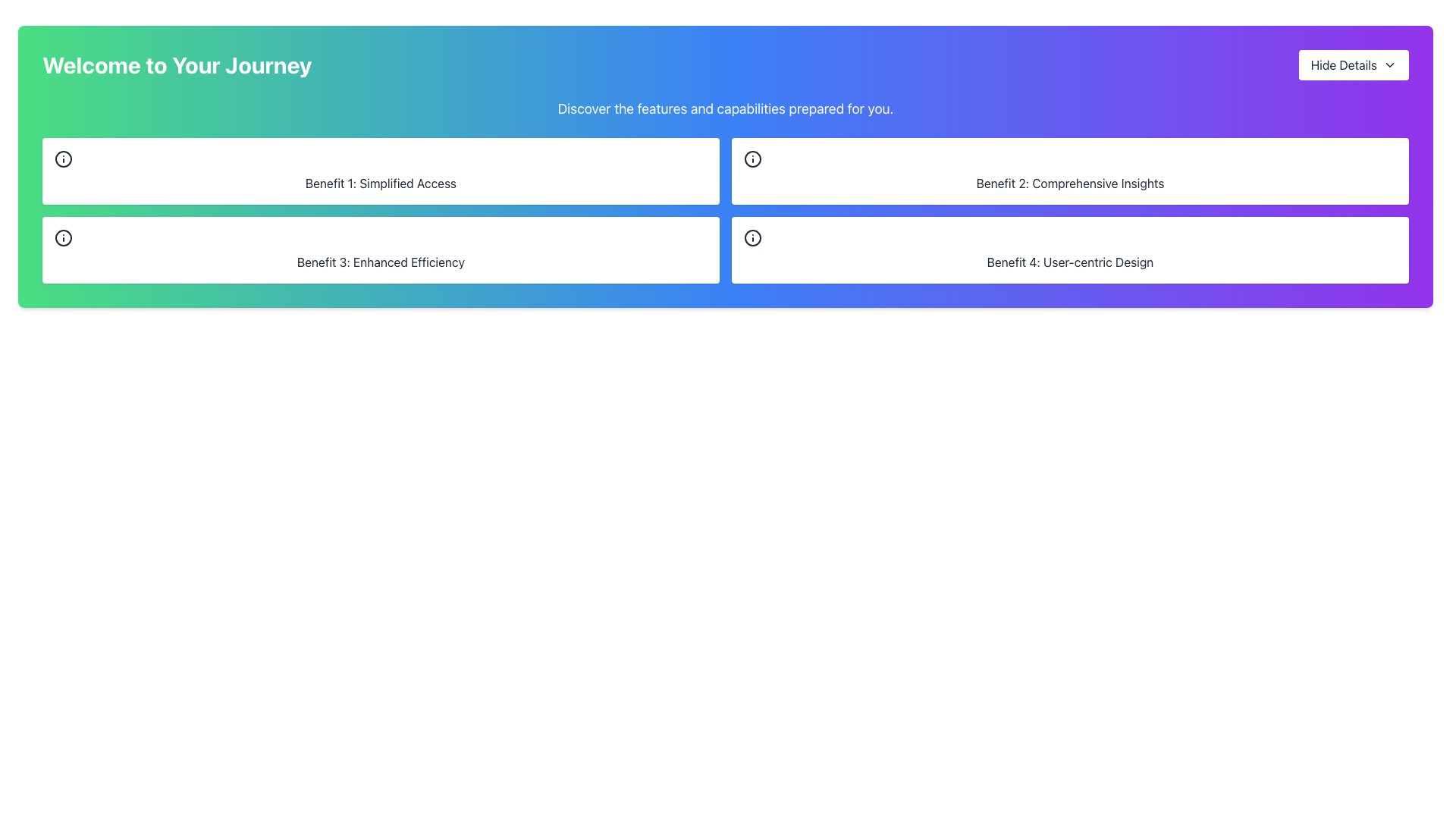 This screenshot has width=1456, height=819. What do you see at coordinates (753, 158) in the screenshot?
I see `the circular SVG element located in the top-right quadrant of the layout, which is styled for clear viewing and serves as a general-purpose graphical element` at bounding box center [753, 158].